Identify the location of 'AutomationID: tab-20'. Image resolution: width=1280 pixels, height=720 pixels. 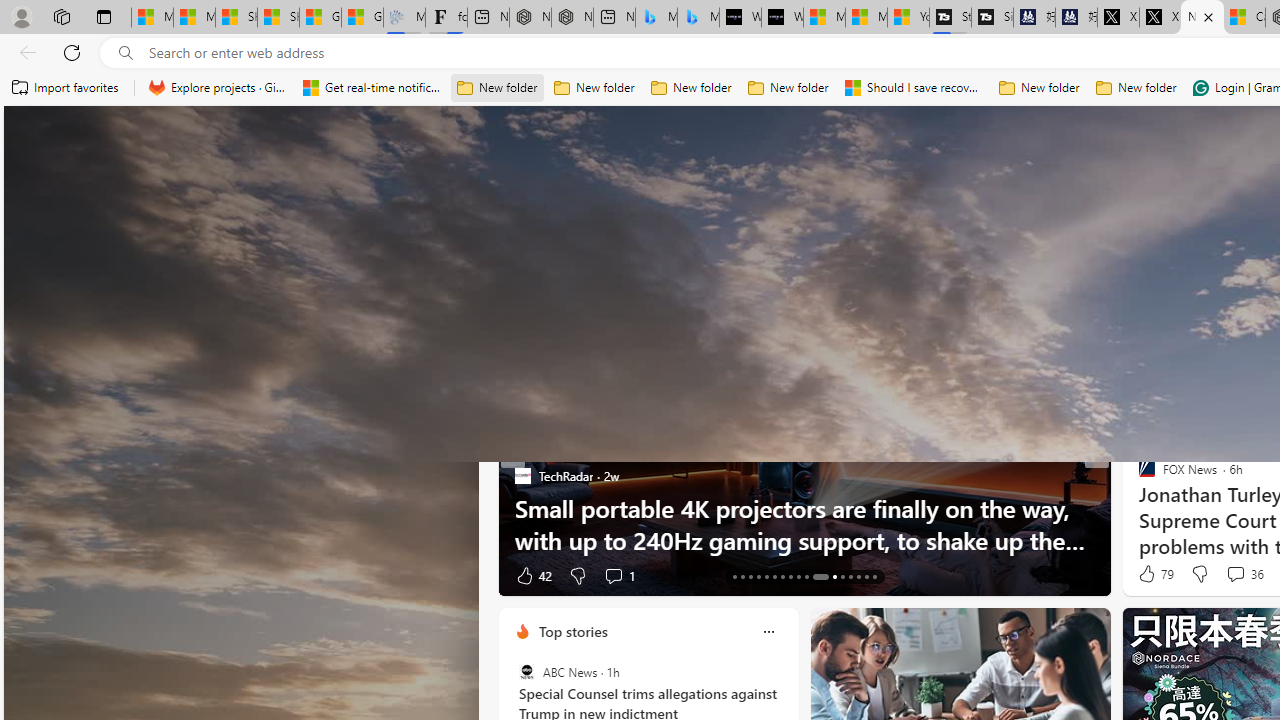
(789, 577).